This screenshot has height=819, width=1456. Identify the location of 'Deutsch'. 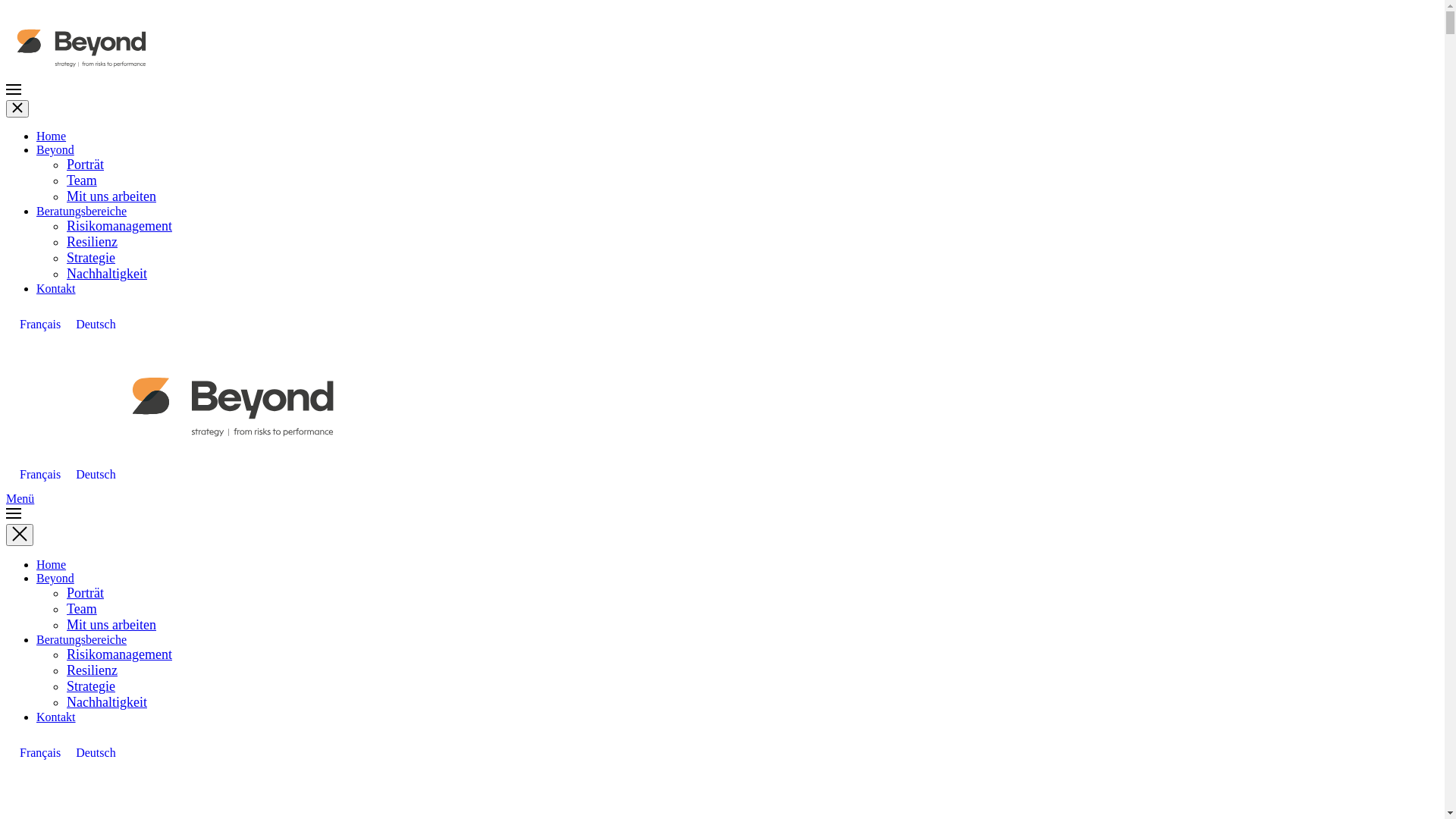
(94, 324).